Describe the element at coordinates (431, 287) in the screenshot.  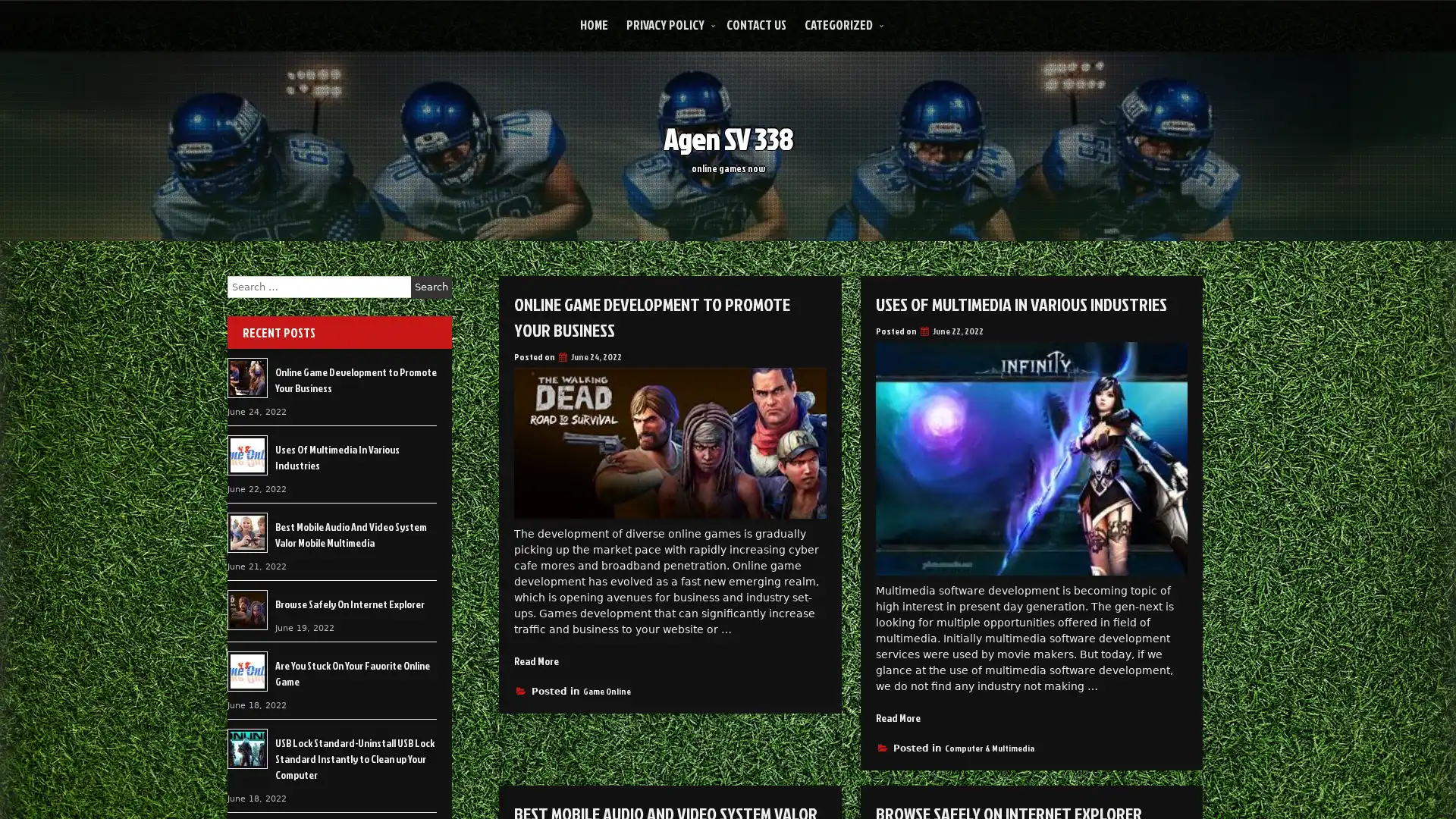
I see `Search` at that location.